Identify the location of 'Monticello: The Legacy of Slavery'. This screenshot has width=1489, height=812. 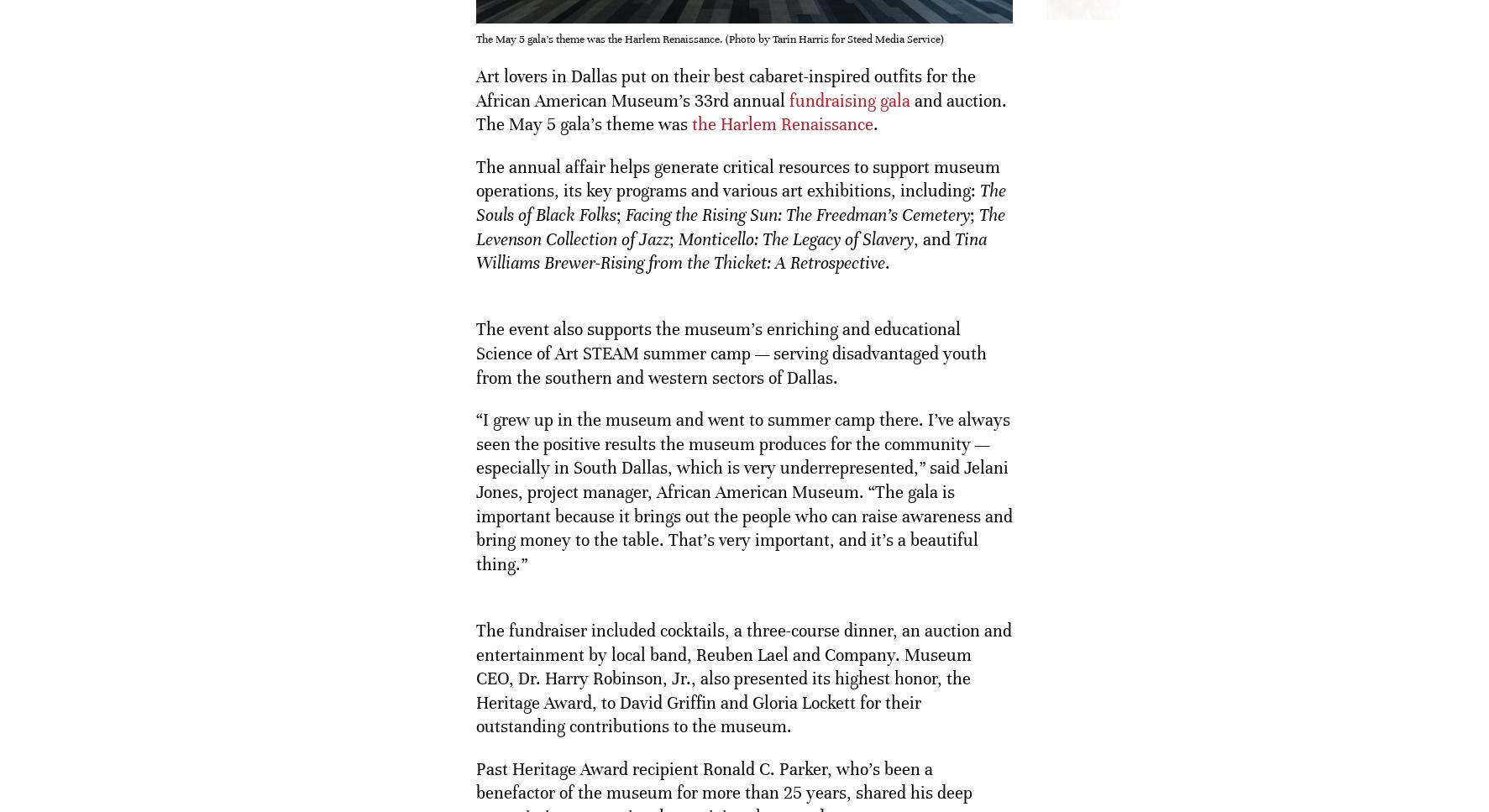
(793, 238).